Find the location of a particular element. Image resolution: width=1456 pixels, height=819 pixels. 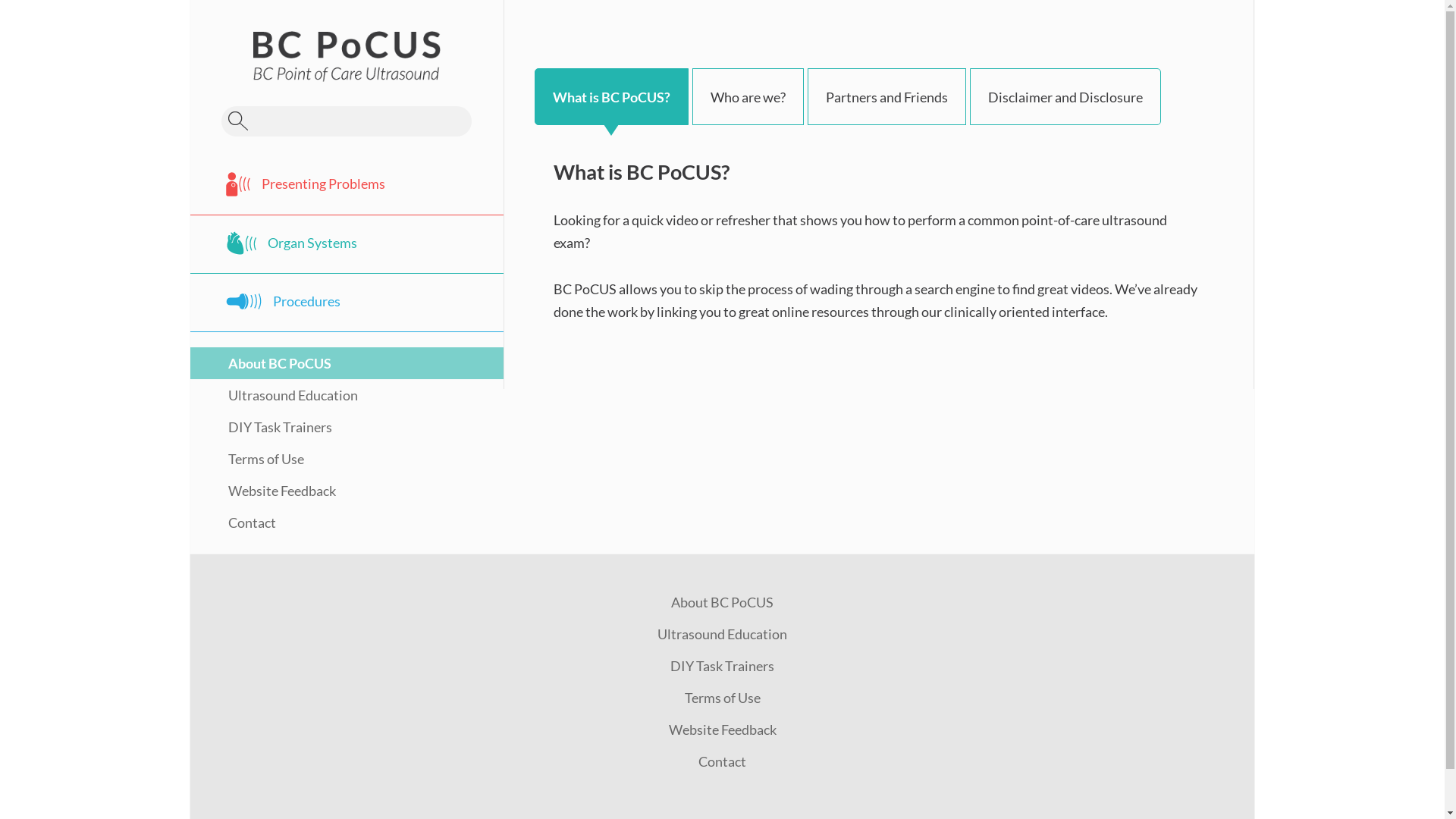

'Terms of Use' is located at coordinates (720, 698).